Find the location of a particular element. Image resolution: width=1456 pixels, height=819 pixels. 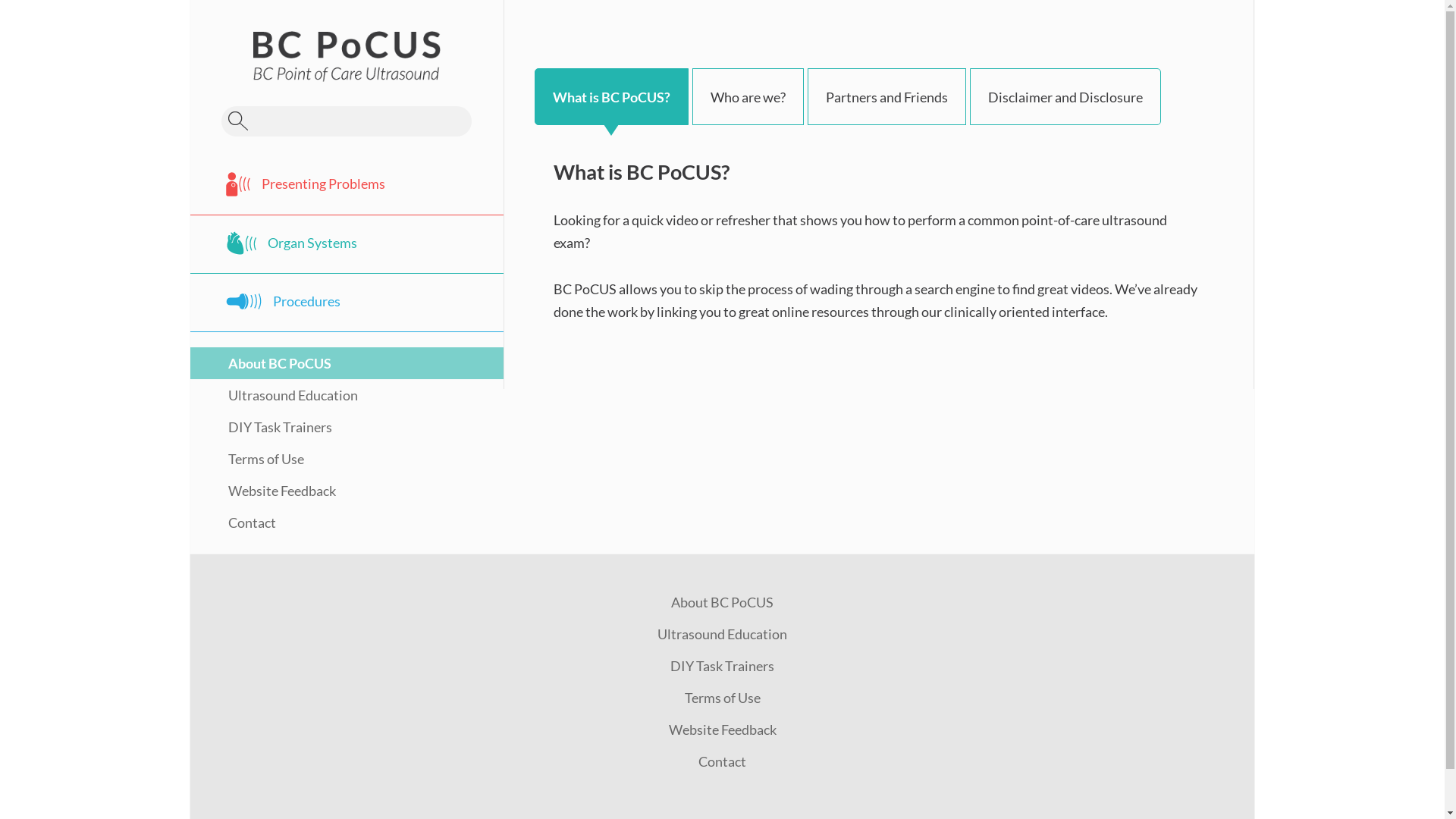

'Terms of Use' is located at coordinates (720, 698).